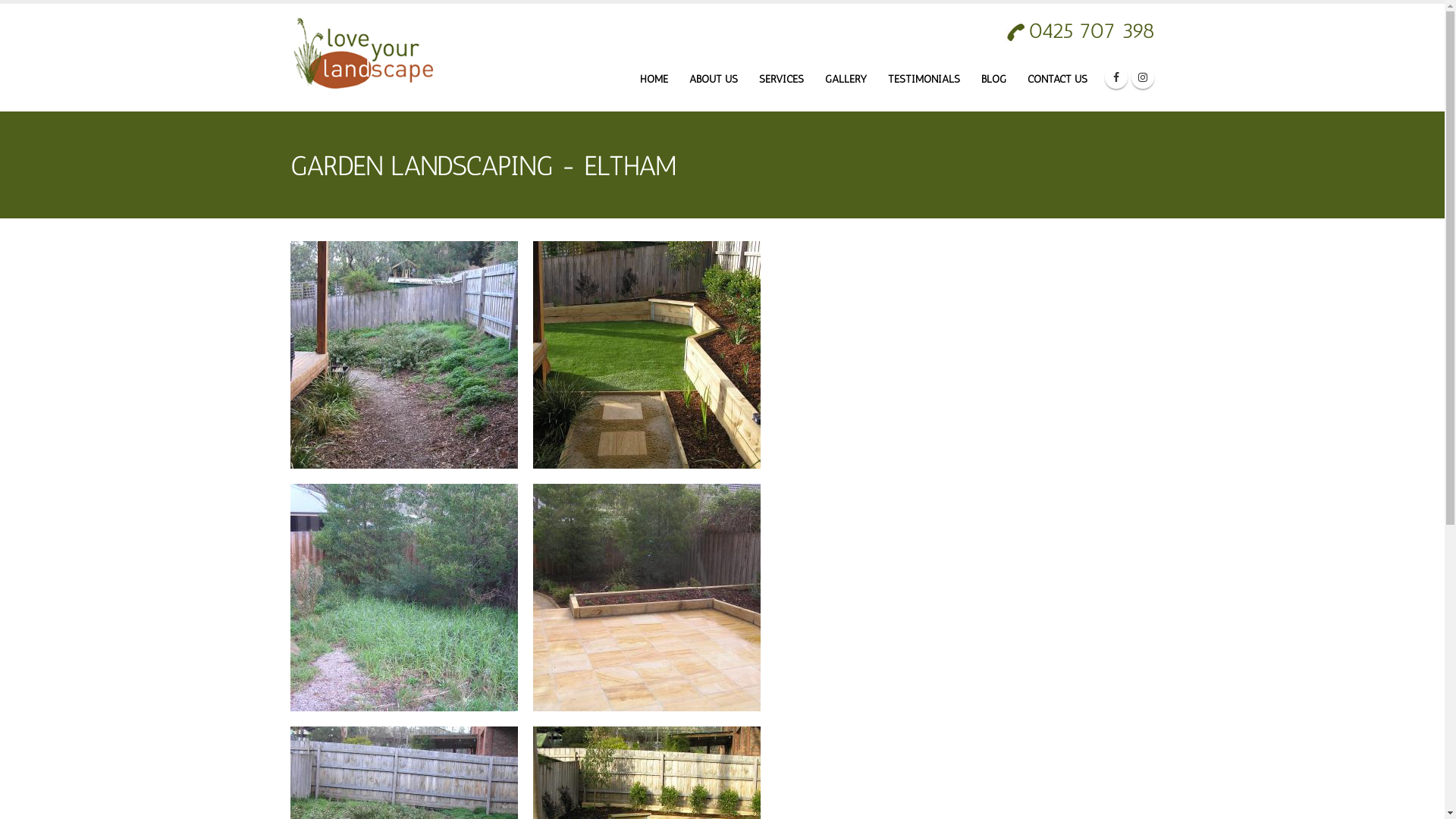 This screenshot has height=819, width=1456. I want to click on 'Garden landscaping - Eltham', so click(290, 596).